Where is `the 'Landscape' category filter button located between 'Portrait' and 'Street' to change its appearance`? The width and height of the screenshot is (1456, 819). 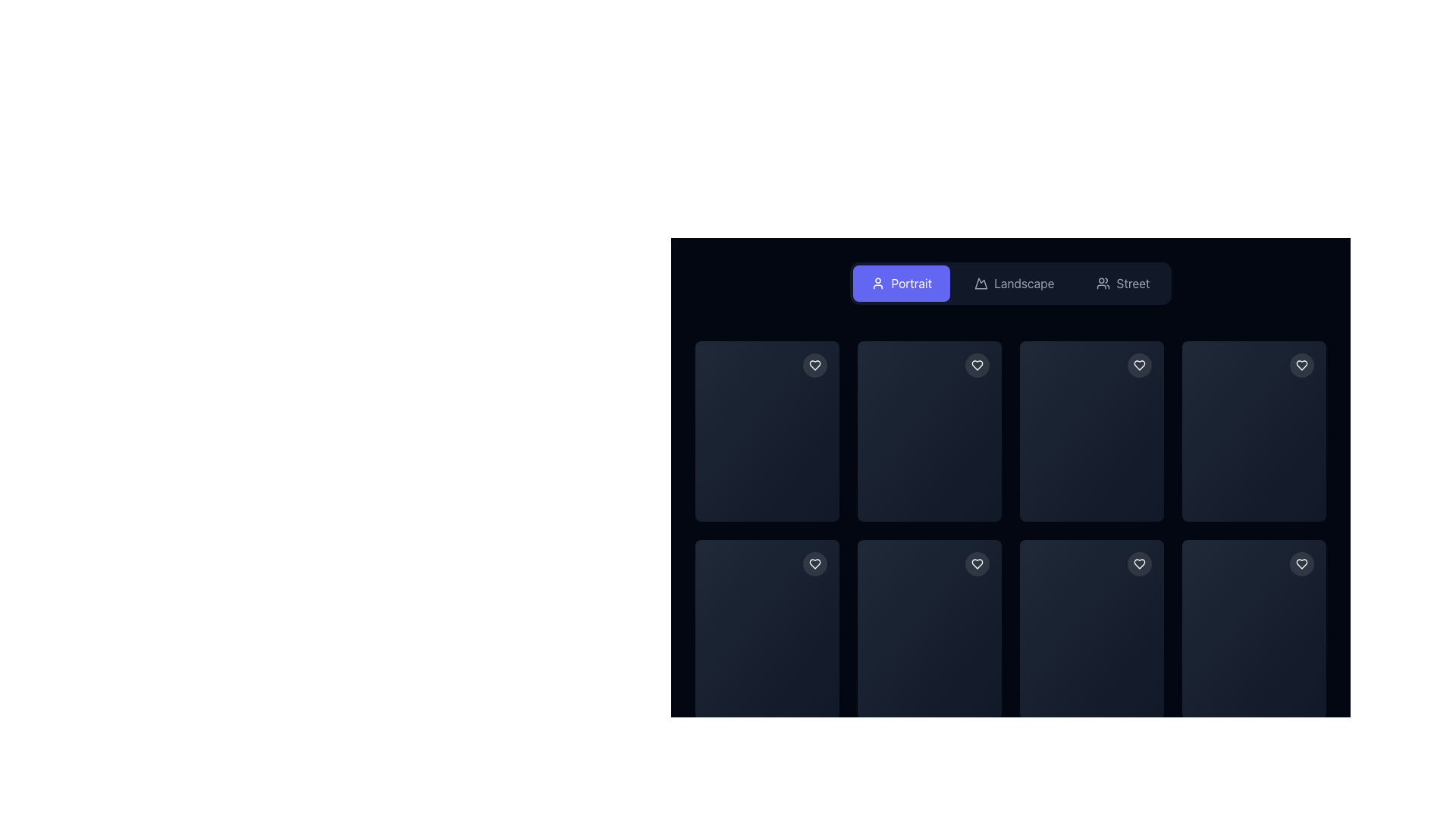 the 'Landscape' category filter button located between 'Portrait' and 'Street' to change its appearance is located at coordinates (1014, 284).